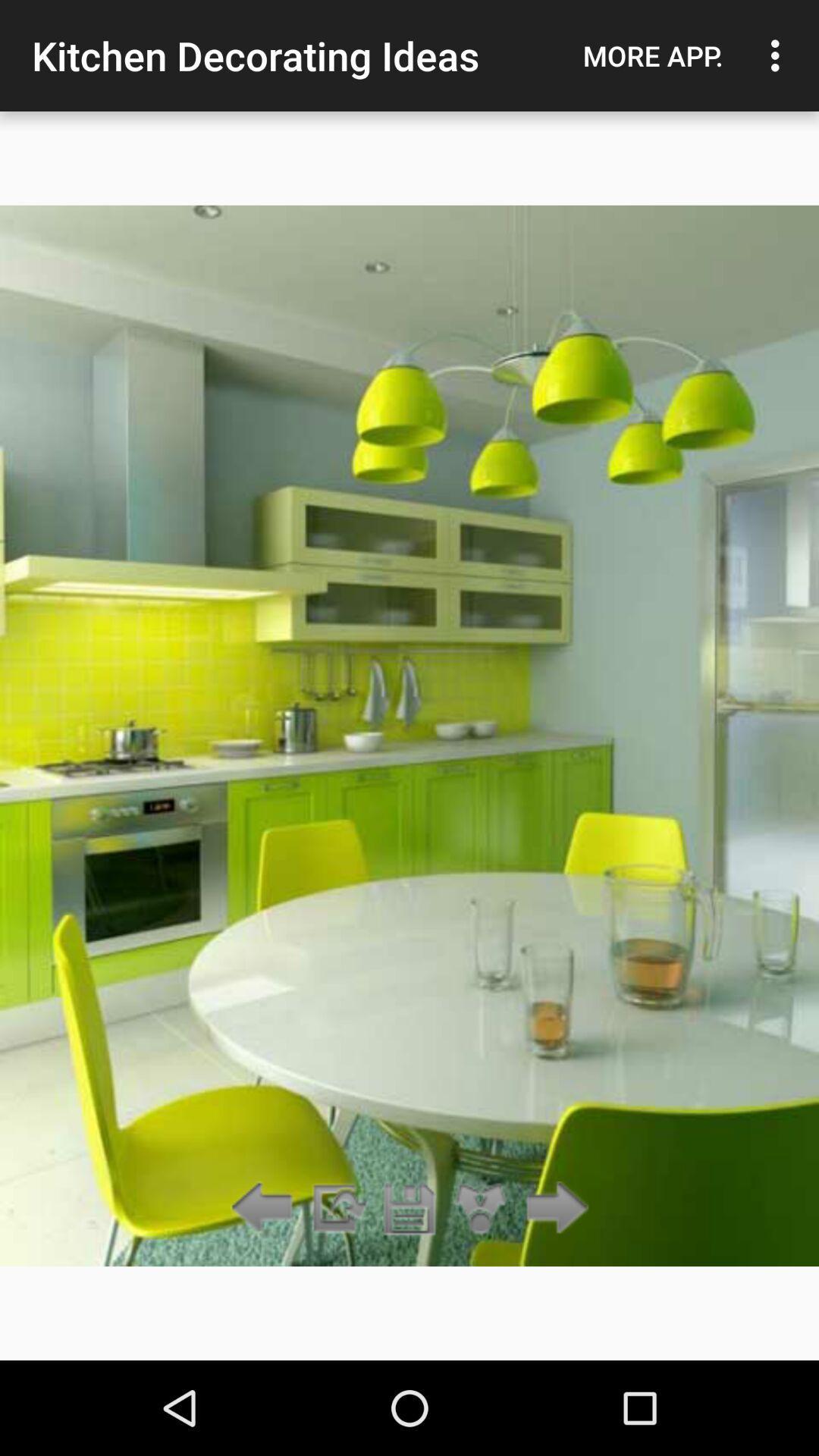  I want to click on icon below the kitchen decorating ideas icon, so click(481, 1208).